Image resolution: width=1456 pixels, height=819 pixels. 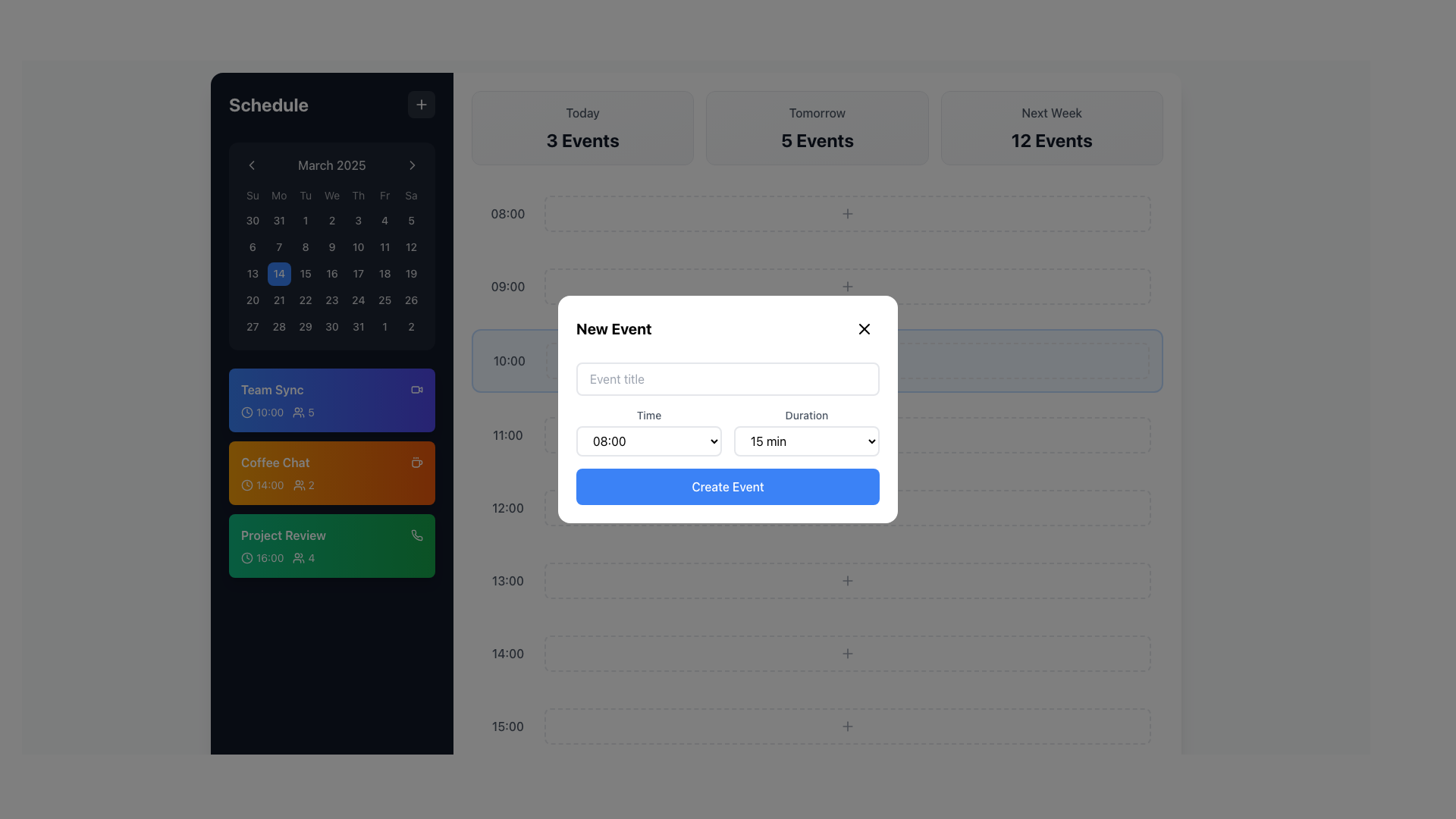 What do you see at coordinates (806, 441) in the screenshot?
I see `the dropdown menu displaying '15 min' in the 'New Event' modal` at bounding box center [806, 441].